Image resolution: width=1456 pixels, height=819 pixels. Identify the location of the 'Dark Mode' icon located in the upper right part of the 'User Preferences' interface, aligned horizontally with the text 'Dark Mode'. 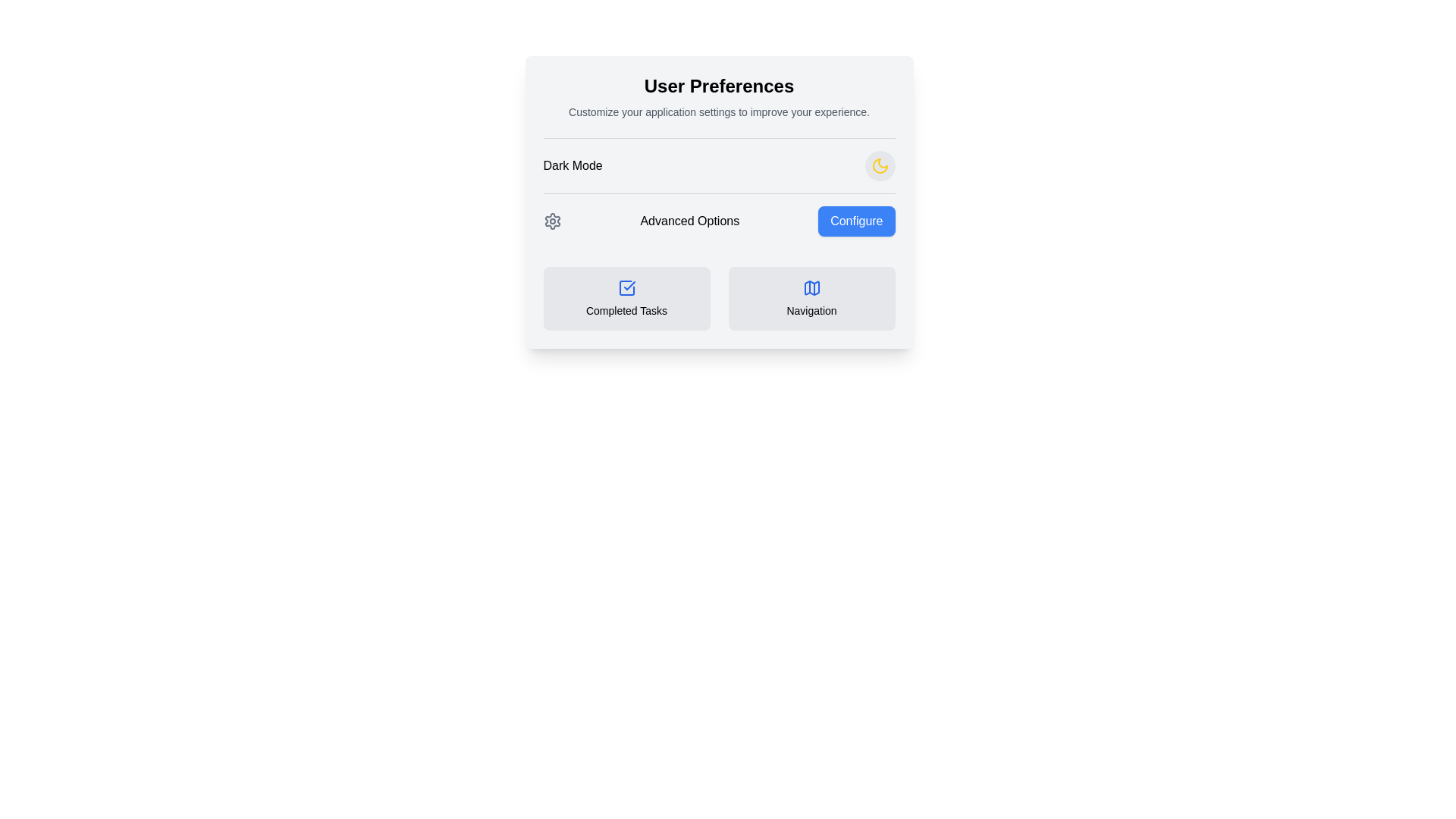
(880, 166).